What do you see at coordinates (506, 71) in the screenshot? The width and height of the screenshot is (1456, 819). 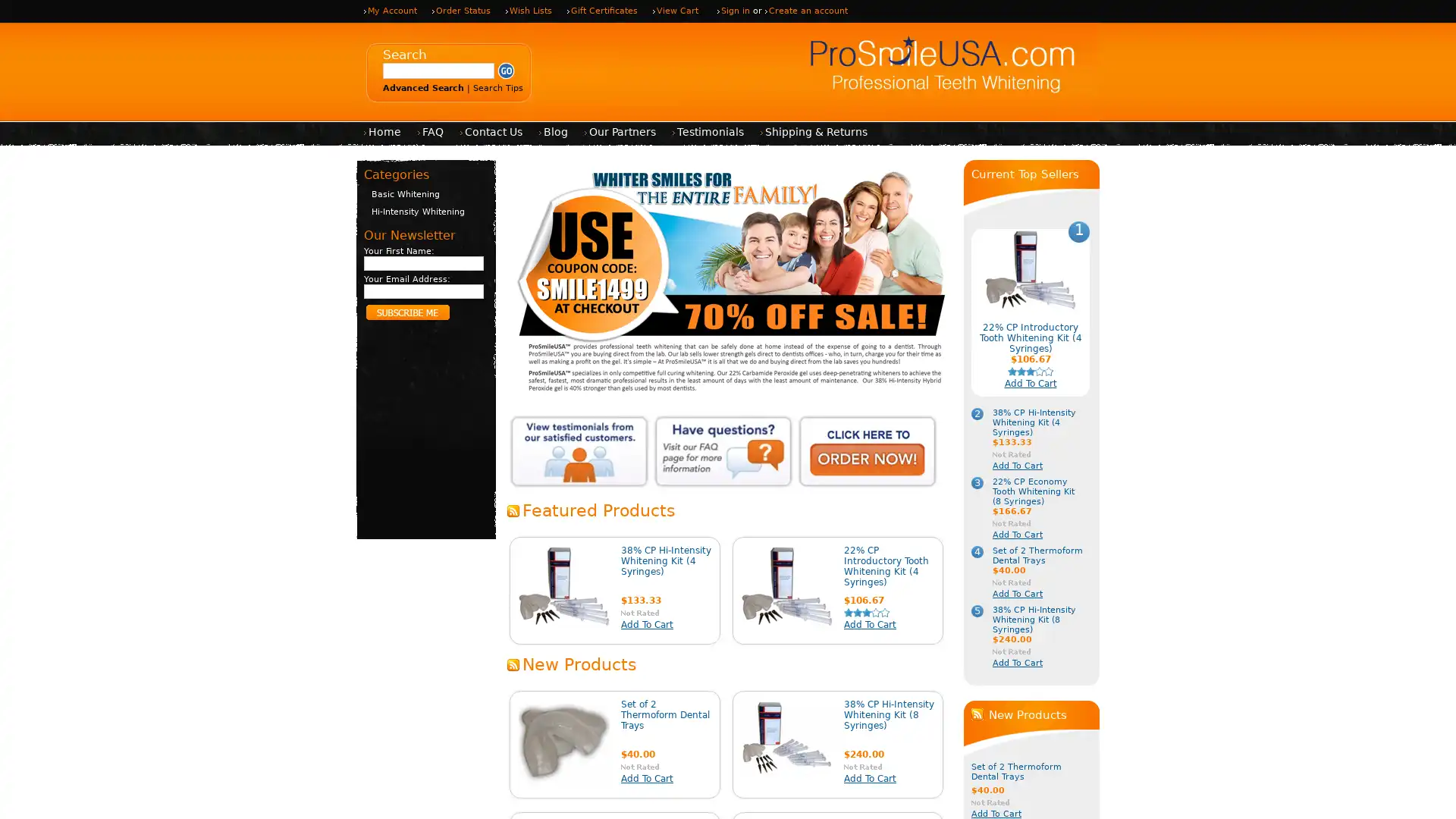 I see `Submit` at bounding box center [506, 71].